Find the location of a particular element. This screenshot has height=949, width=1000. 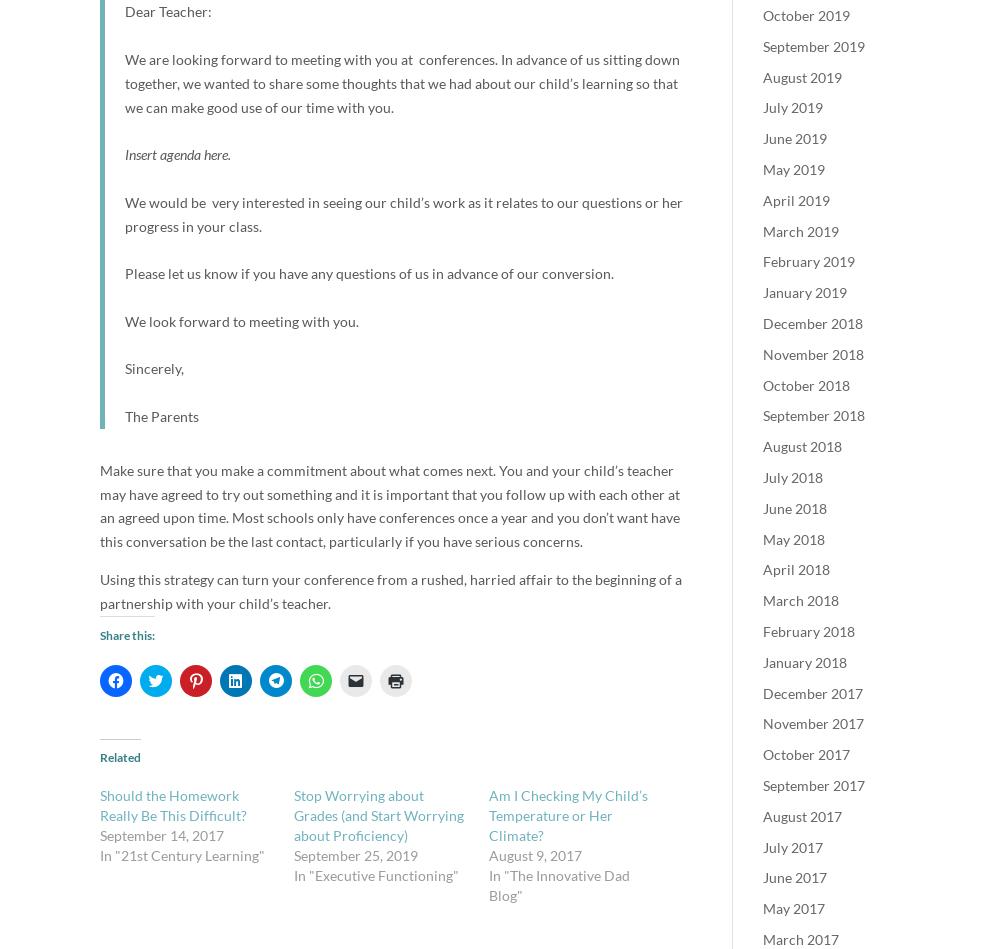

'October 2017' is located at coordinates (806, 754).